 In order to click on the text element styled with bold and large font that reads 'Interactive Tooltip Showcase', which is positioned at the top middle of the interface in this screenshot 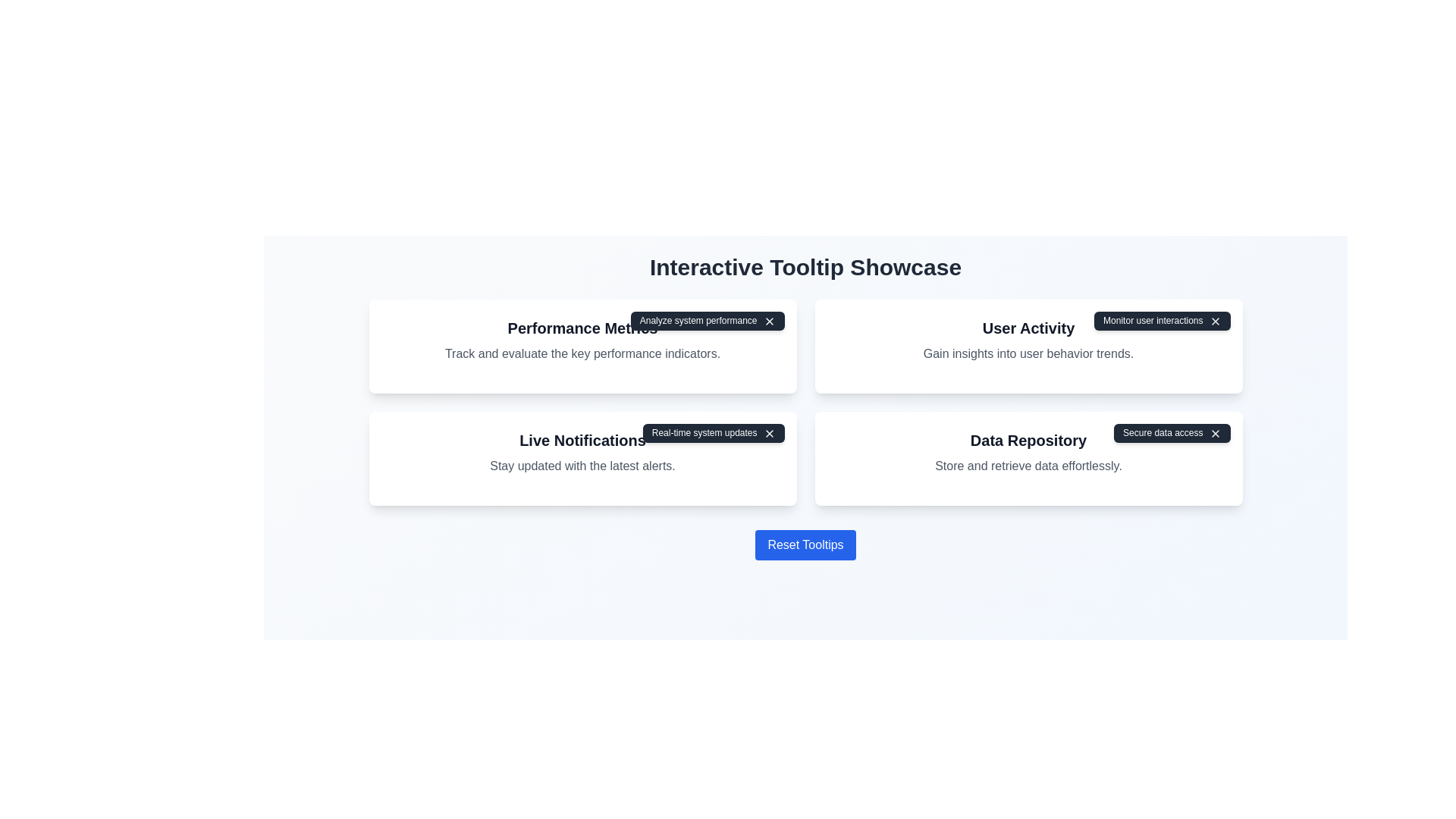, I will do `click(805, 267)`.